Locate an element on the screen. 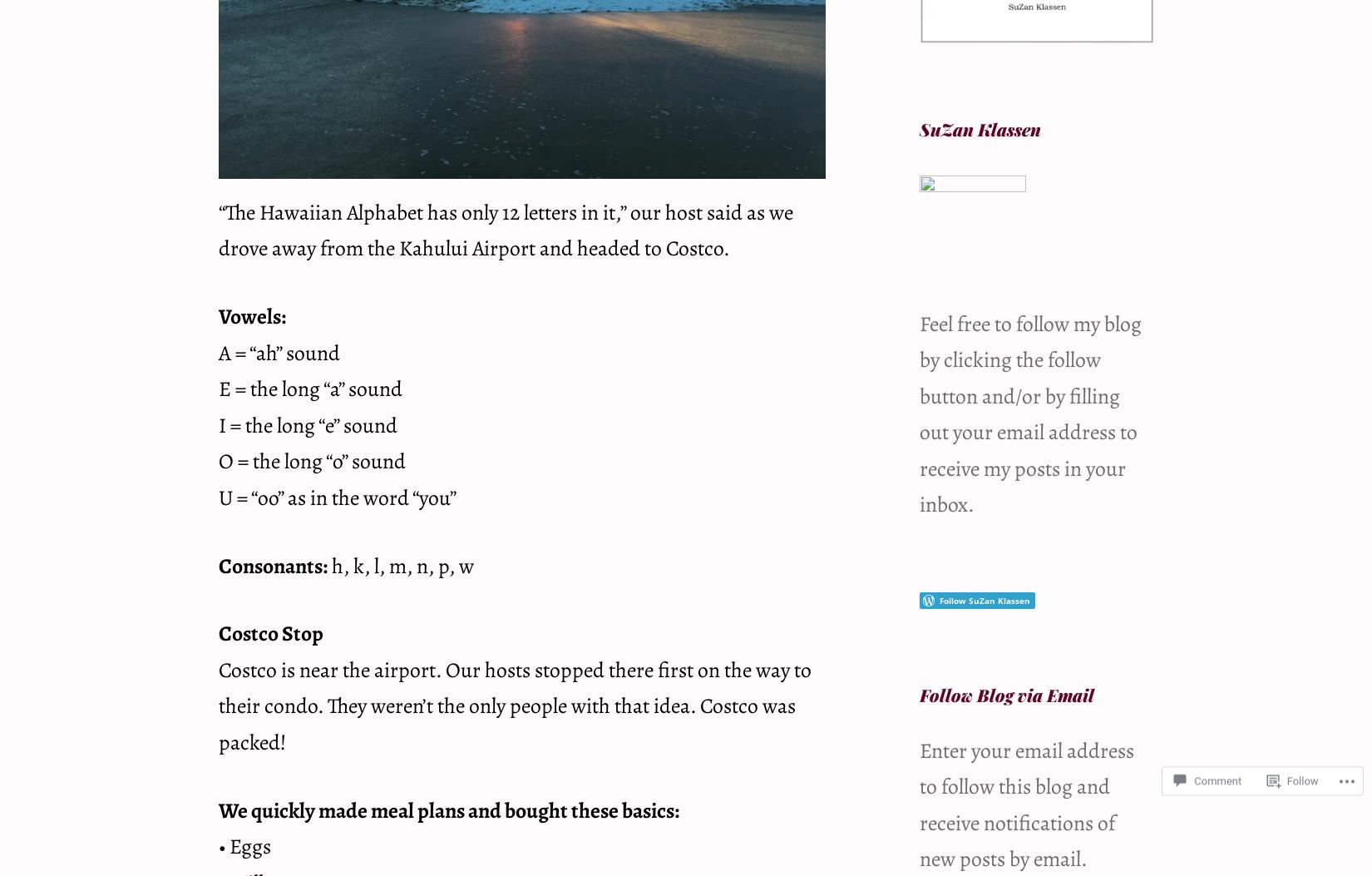 This screenshot has width=1372, height=876. 'Costco is near the airport. Our hosts stopped there first on the way to their condo. They weren’t the only people with that idea. Costco was packed!' is located at coordinates (514, 704).